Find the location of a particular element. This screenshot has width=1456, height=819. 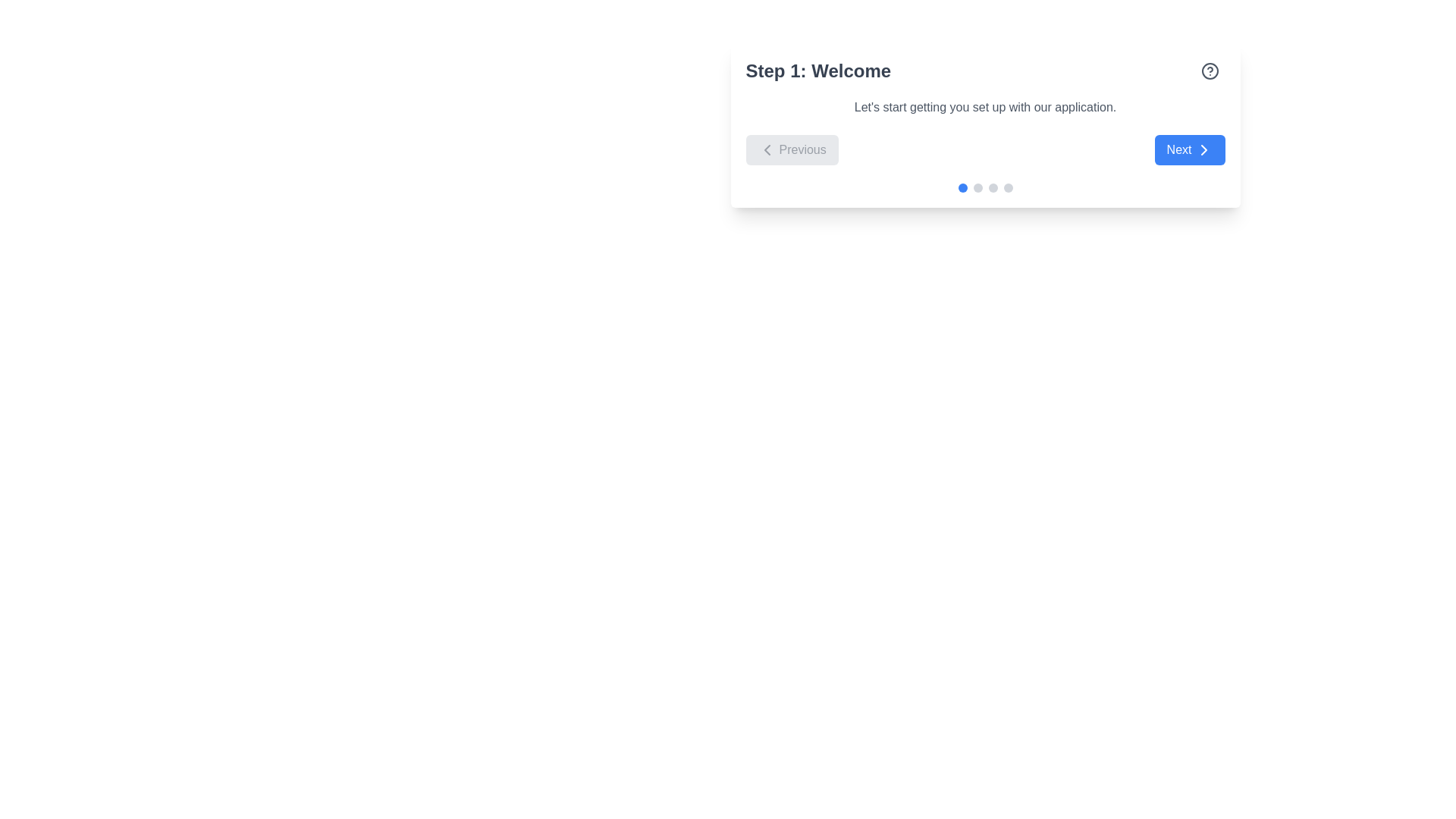

the introductory text label that explains the purpose of the current step in the setup process, located below 'Step 1: Welcome' is located at coordinates (985, 107).